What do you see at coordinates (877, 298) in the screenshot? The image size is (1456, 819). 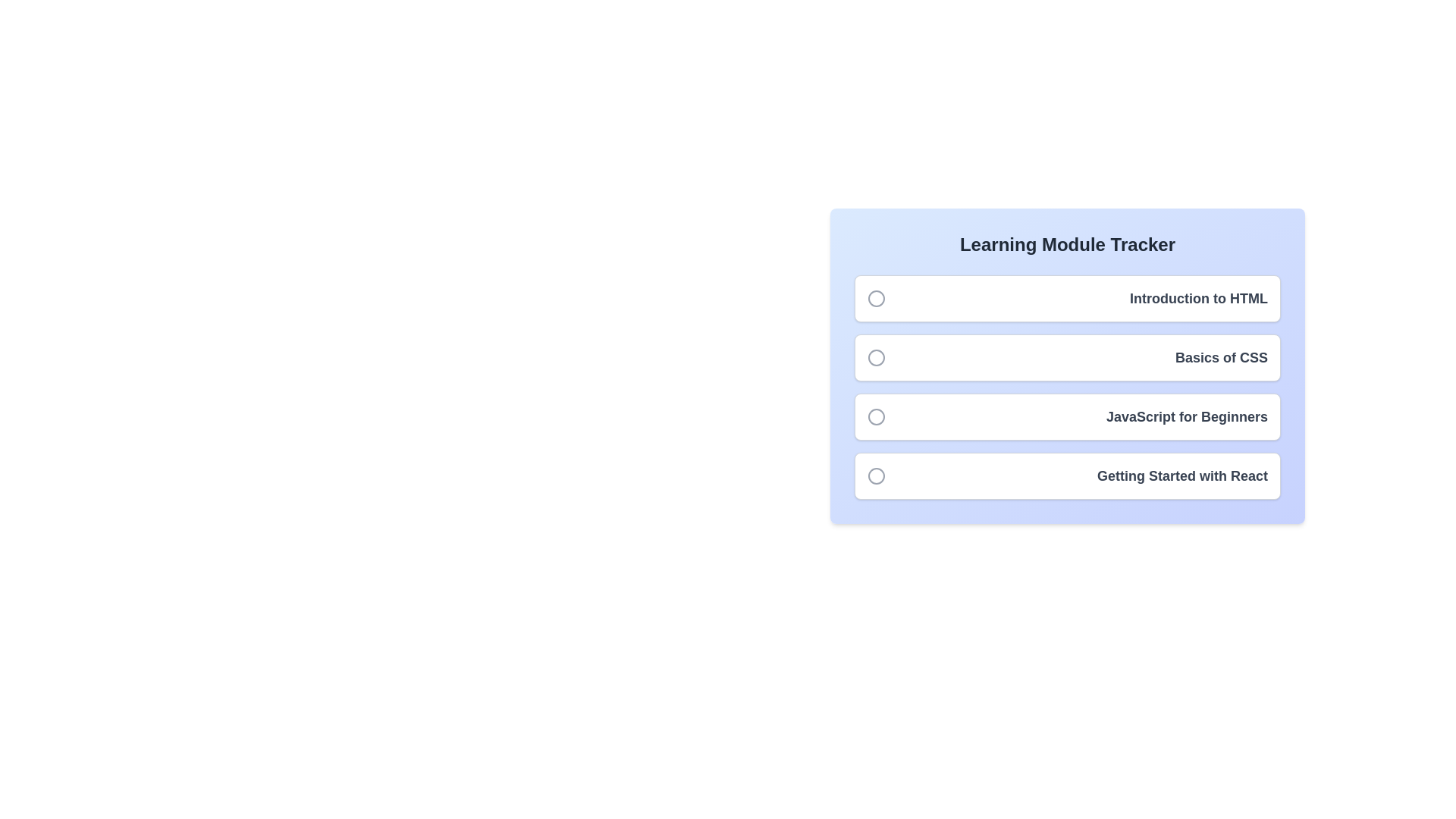 I see `the radio button with a circular icon and a thin gray stroke located to the left of the text 'Introduction to HTML'` at bounding box center [877, 298].